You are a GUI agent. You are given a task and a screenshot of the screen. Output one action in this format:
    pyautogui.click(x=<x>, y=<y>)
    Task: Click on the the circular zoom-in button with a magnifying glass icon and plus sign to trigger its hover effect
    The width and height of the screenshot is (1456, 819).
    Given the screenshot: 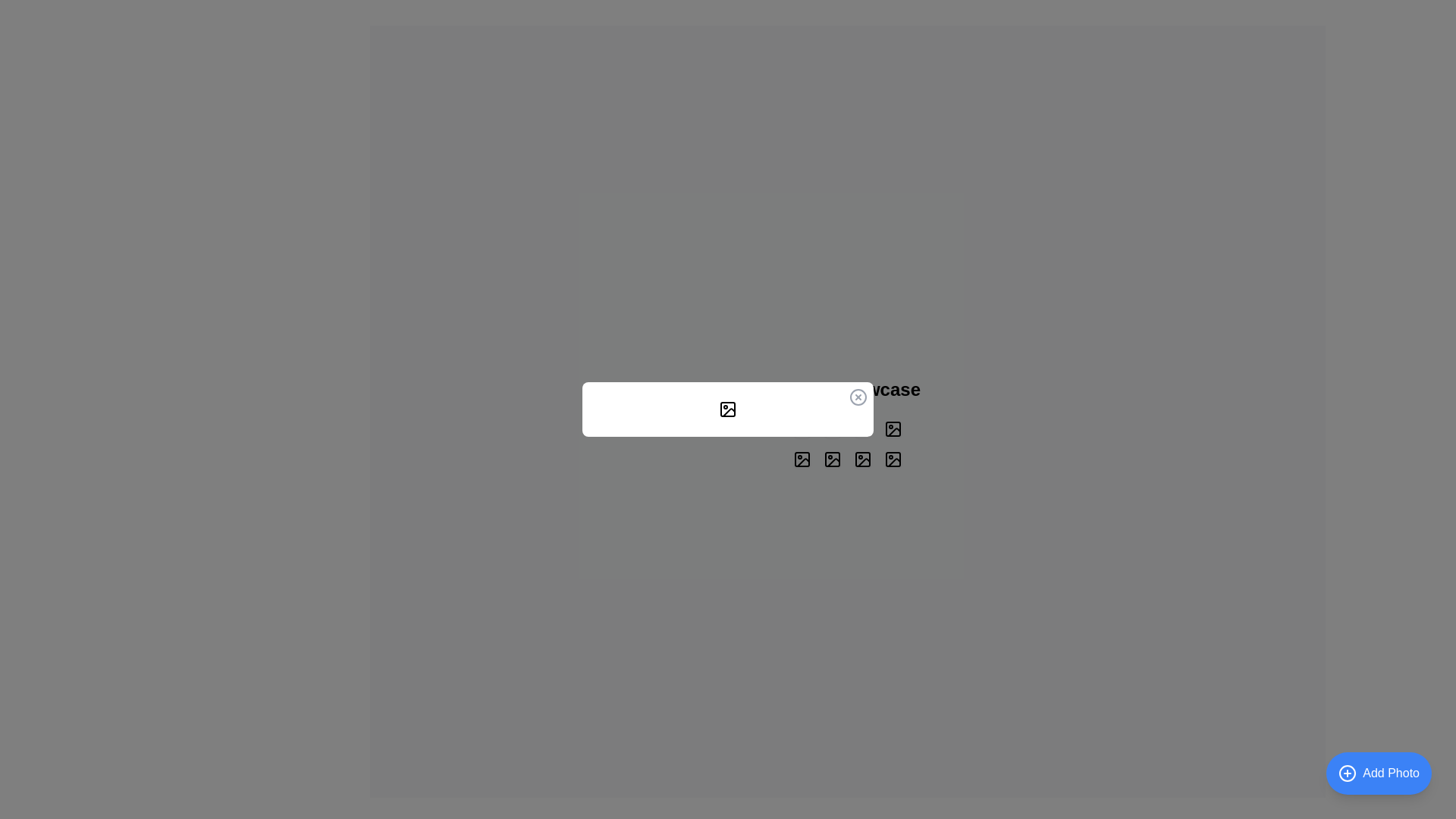 What is the action you would take?
    pyautogui.click(x=832, y=429)
    